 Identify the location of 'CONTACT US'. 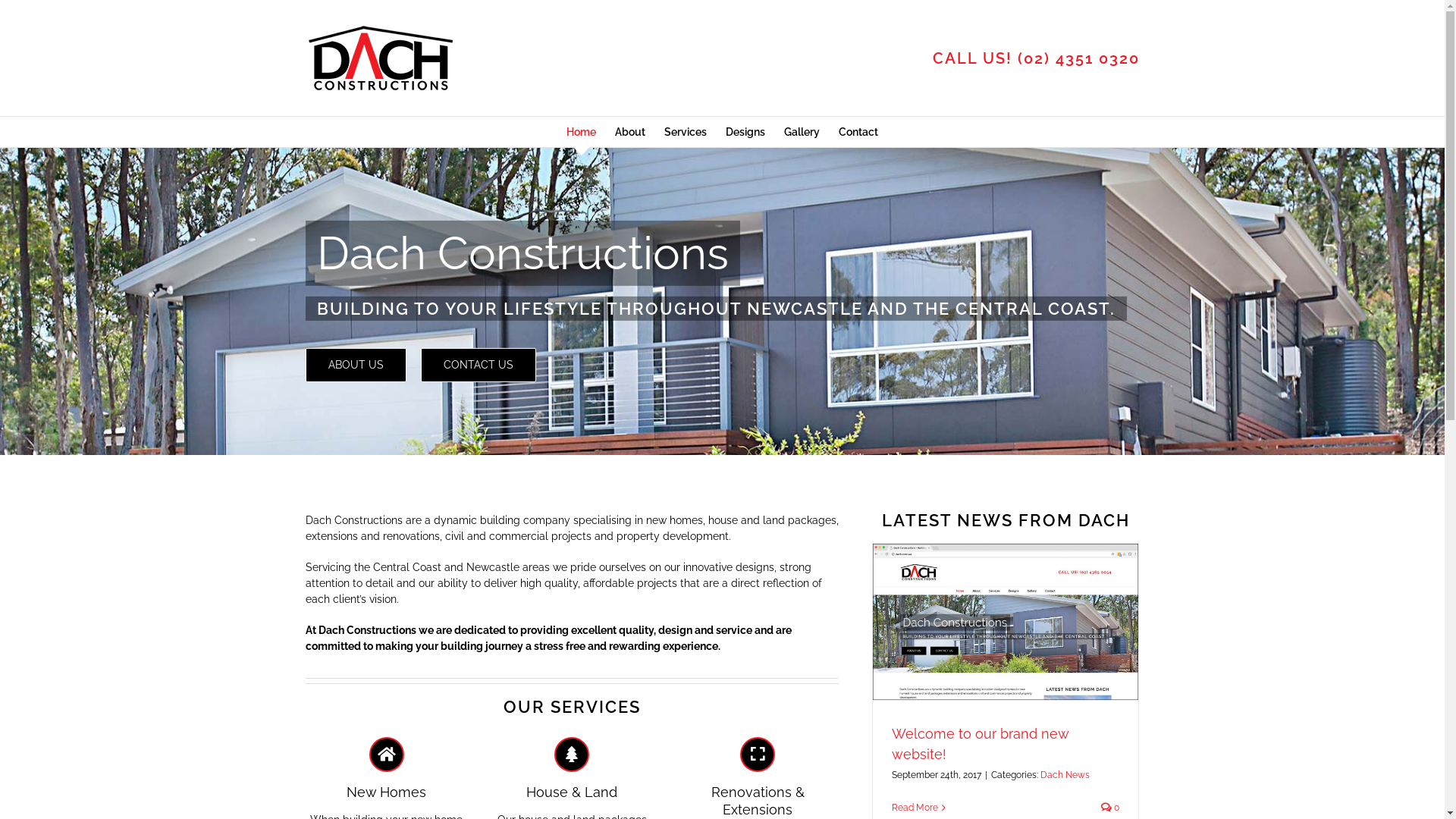
(476, 365).